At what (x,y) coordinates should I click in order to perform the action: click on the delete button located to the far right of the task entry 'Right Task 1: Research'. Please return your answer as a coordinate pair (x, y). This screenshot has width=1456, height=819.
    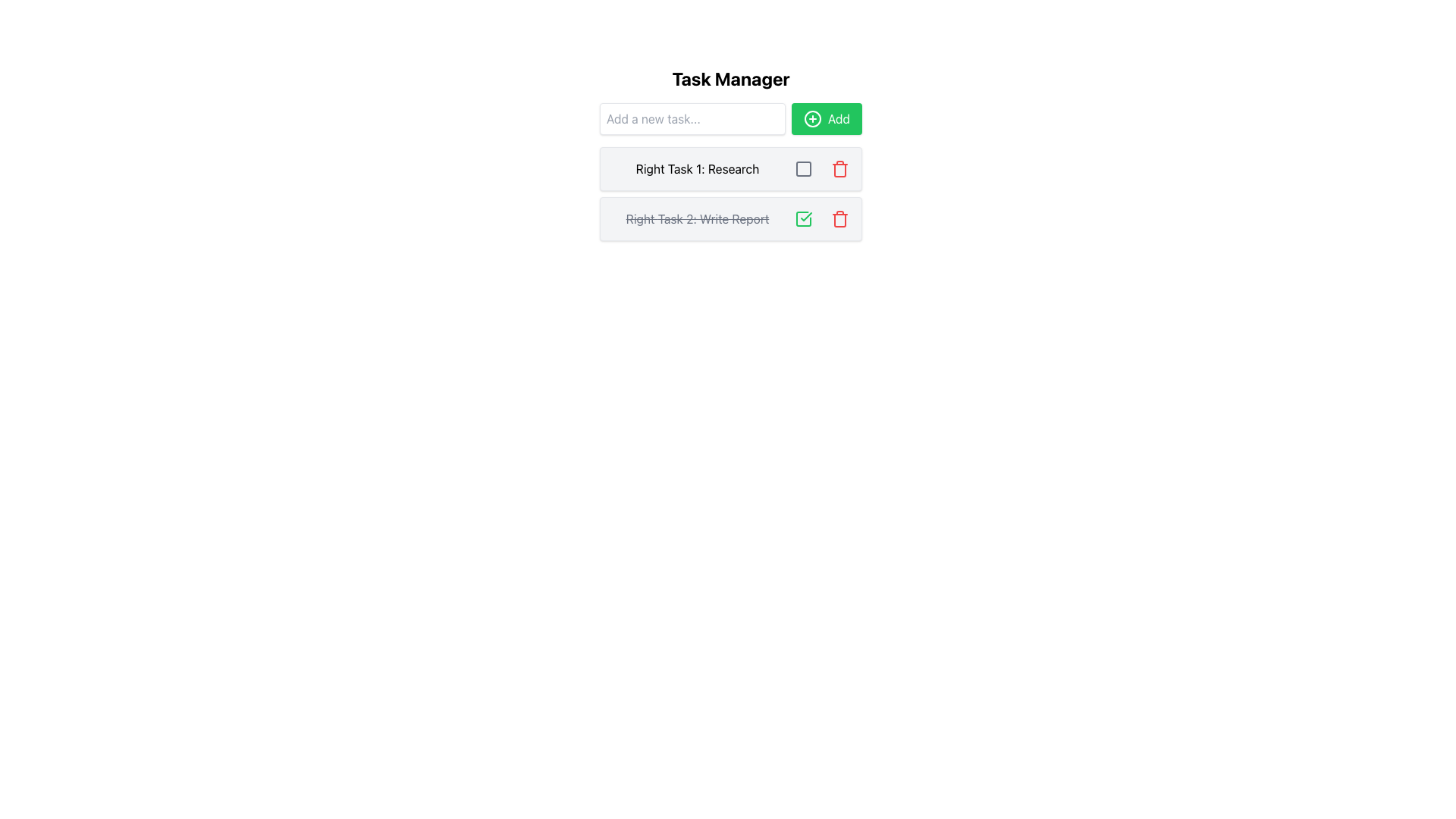
    Looking at the image, I should click on (839, 169).